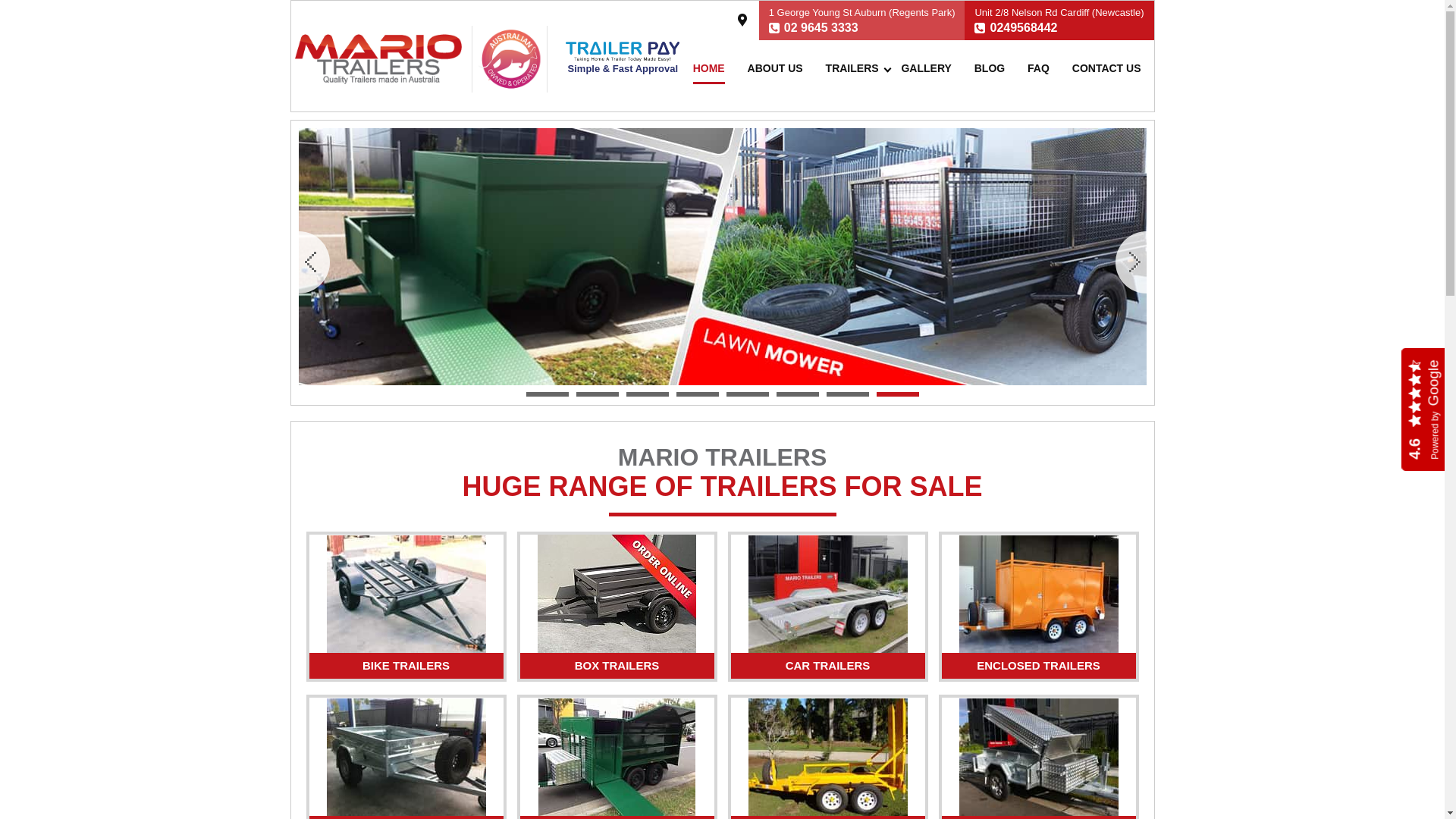  What do you see at coordinates (596, 394) in the screenshot?
I see `'2'` at bounding box center [596, 394].